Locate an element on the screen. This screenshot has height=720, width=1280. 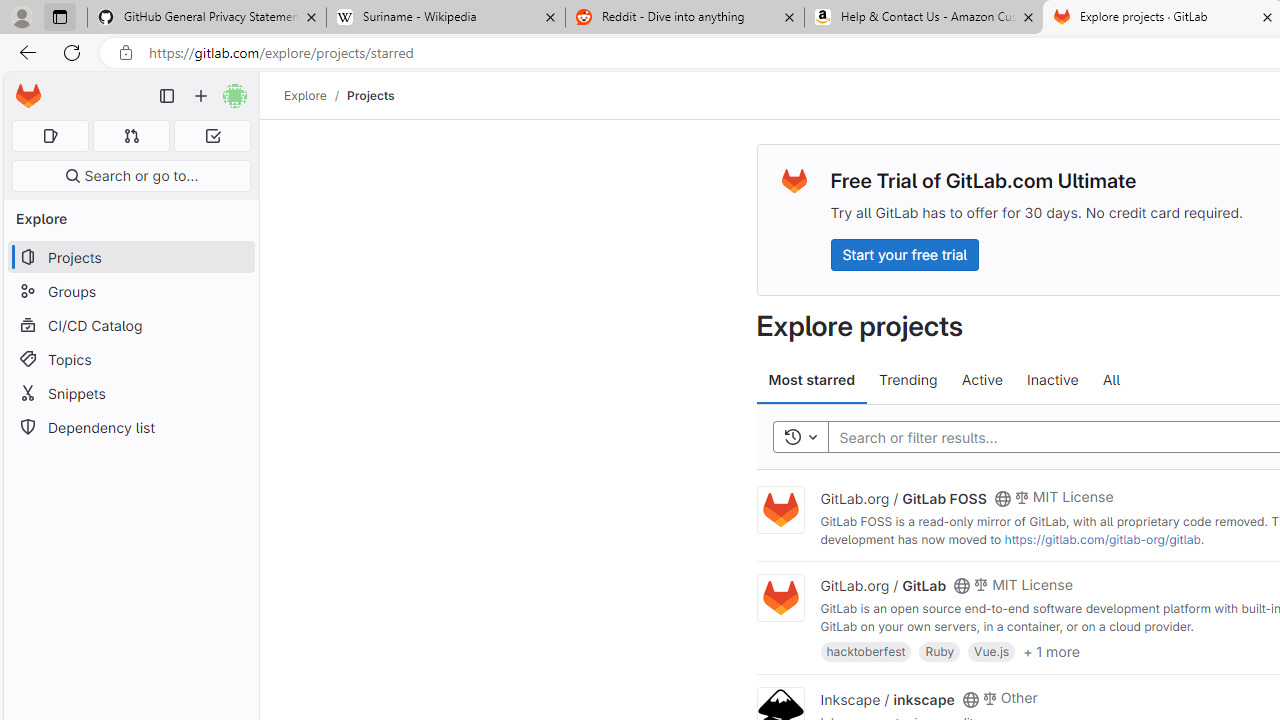
'Explore/' is located at coordinates (315, 95).